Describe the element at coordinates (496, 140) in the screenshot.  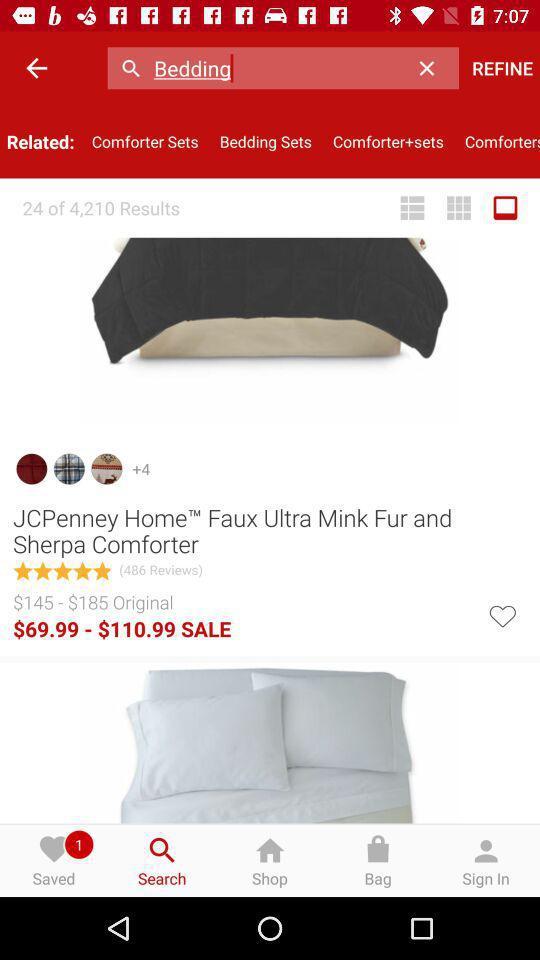
I see `item to the right of the comforter+sets item` at that location.